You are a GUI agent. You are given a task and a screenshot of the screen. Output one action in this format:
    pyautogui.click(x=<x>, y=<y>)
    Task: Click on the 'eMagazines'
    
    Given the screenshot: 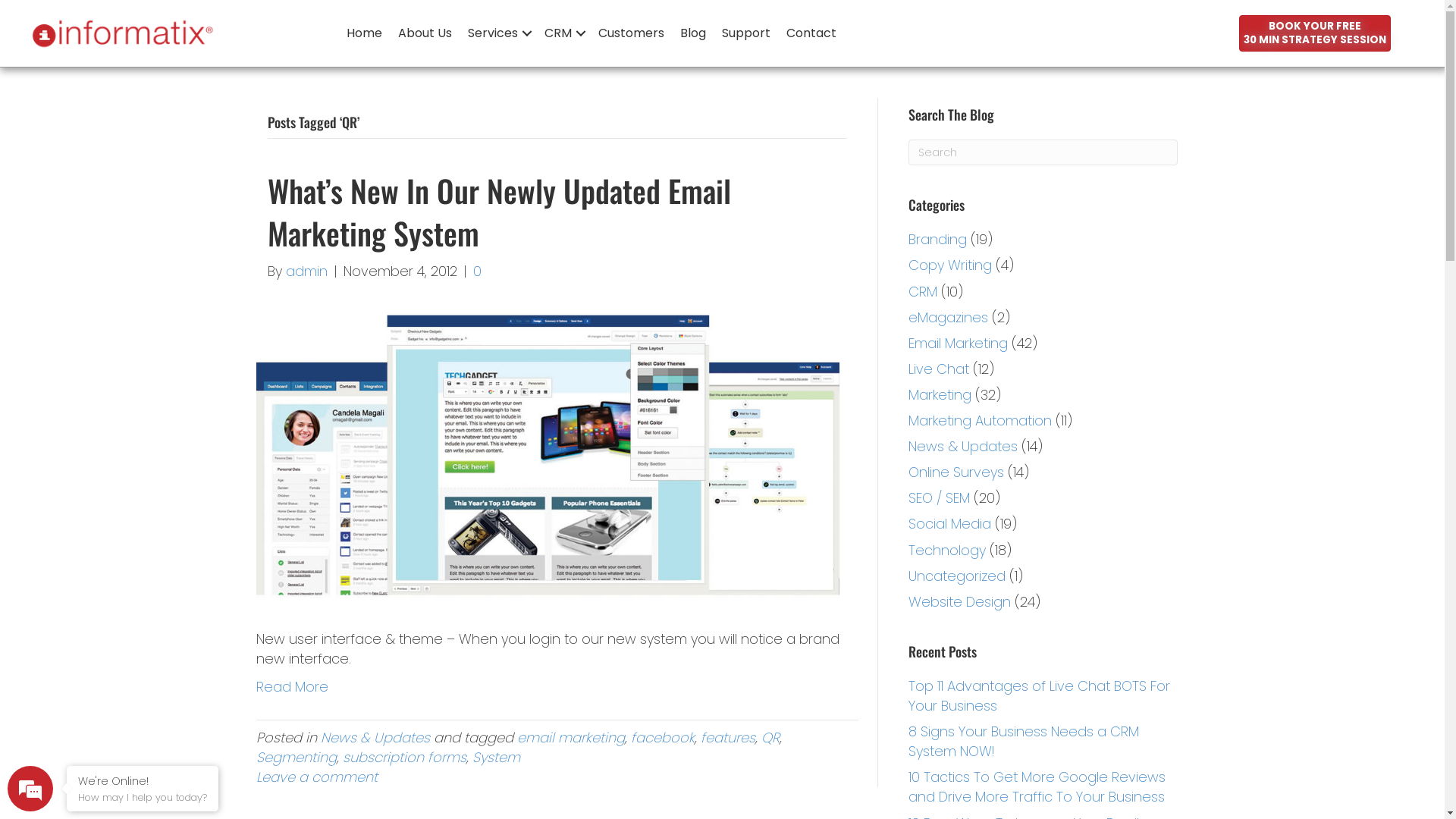 What is the action you would take?
    pyautogui.click(x=947, y=316)
    